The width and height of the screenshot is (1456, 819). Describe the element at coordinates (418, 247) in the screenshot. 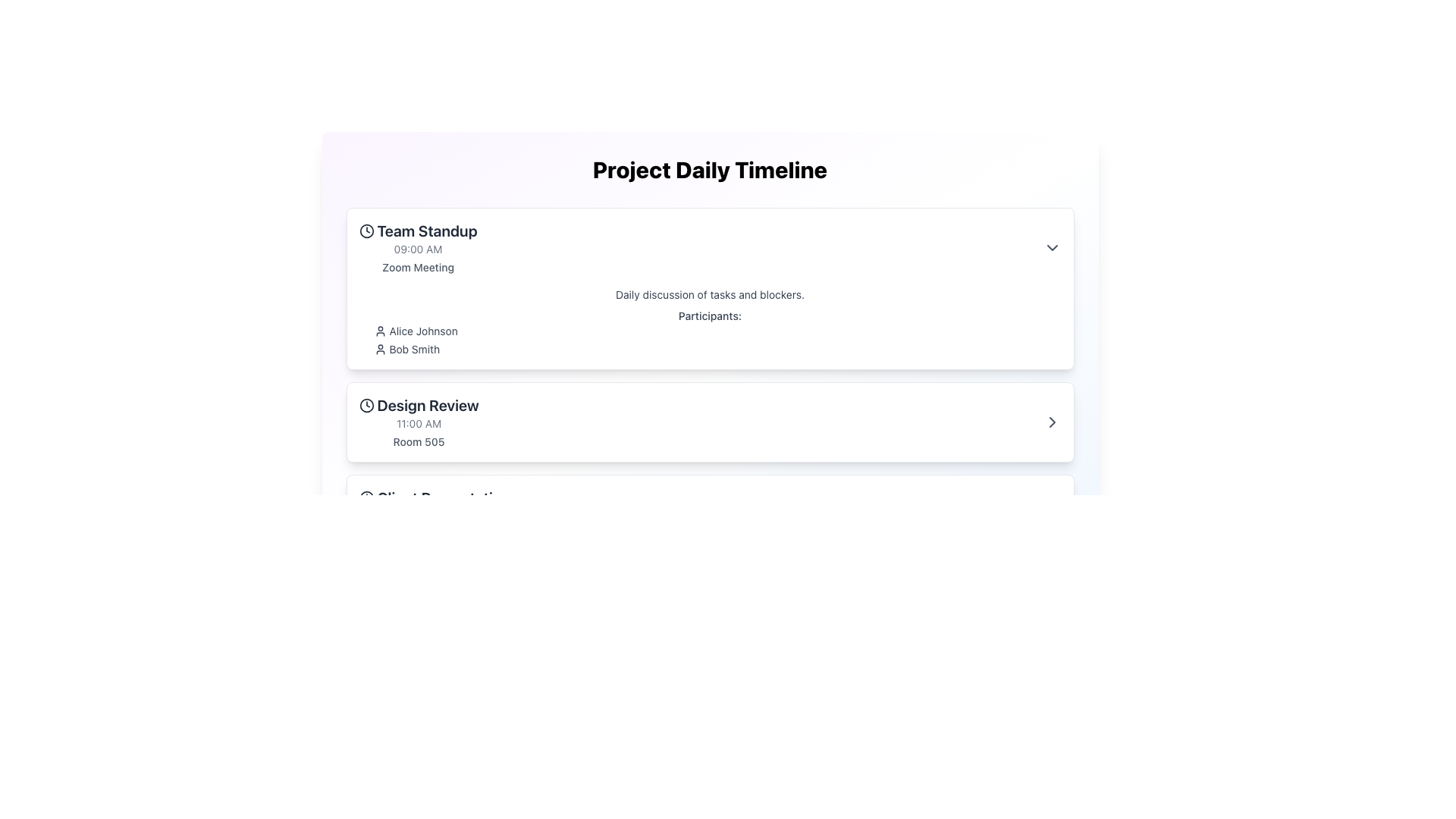

I see `the Event Listing for 'Team Standup' which includes the time '09:00 AM' and a clock icon, located in the top section of the 'Project Daily Timeline' interface` at that location.